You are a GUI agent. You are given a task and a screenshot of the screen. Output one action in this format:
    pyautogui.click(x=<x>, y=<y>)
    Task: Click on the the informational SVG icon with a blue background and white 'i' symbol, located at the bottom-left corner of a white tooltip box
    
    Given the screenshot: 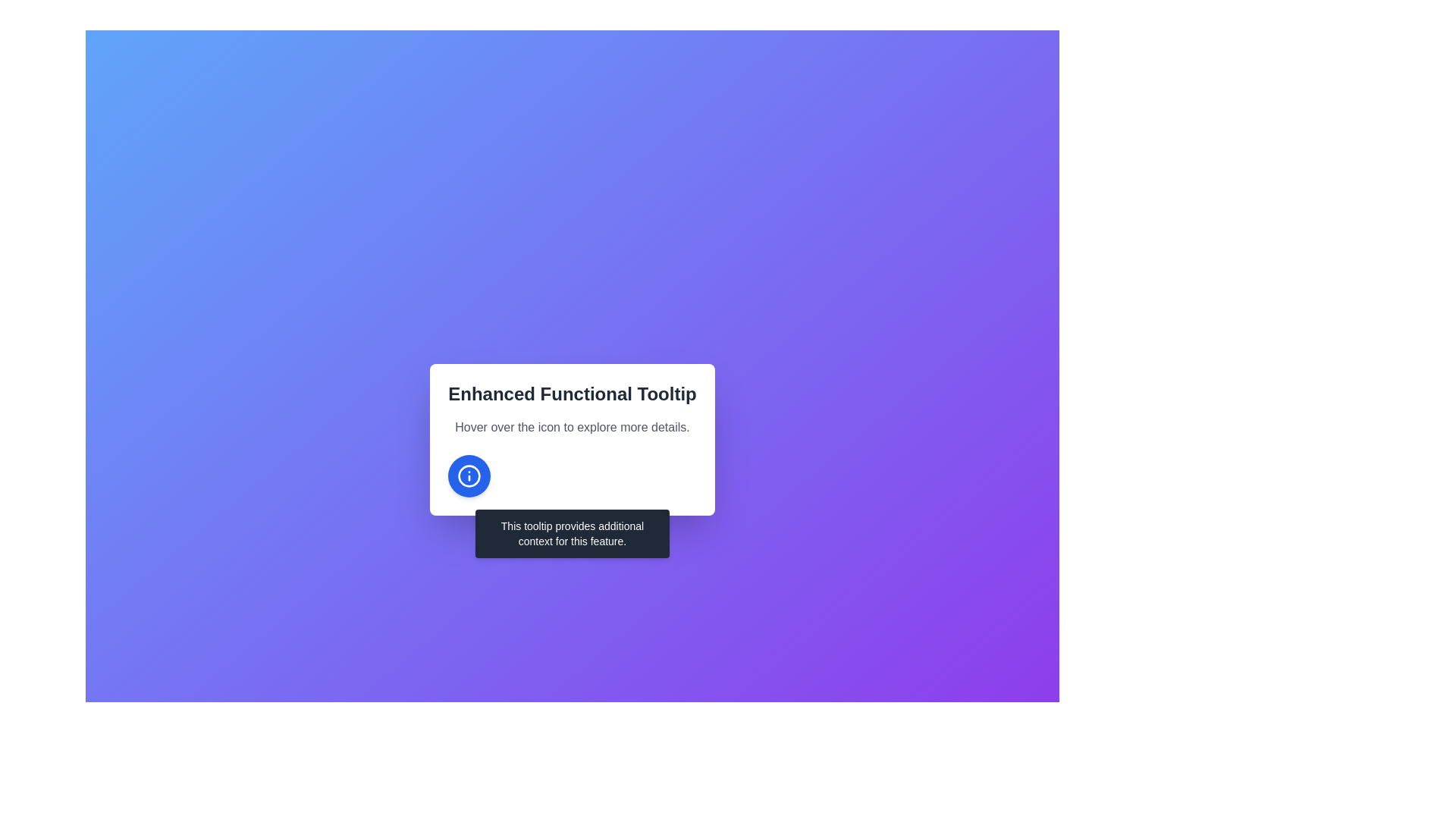 What is the action you would take?
    pyautogui.click(x=469, y=475)
    